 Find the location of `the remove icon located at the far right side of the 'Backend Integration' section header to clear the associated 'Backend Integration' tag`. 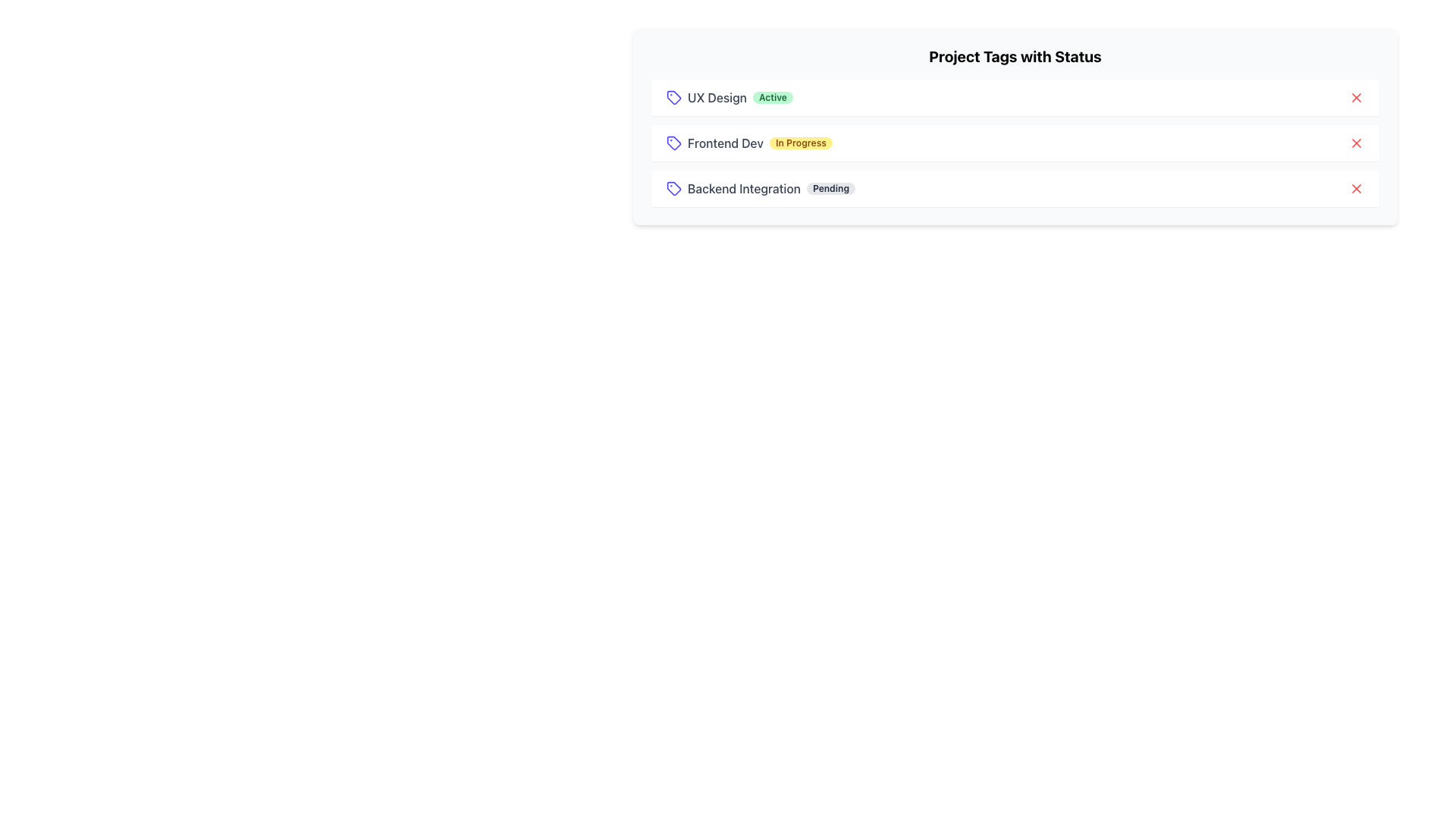

the remove icon located at the far right side of the 'Backend Integration' section header to clear the associated 'Backend Integration' tag is located at coordinates (1357, 143).